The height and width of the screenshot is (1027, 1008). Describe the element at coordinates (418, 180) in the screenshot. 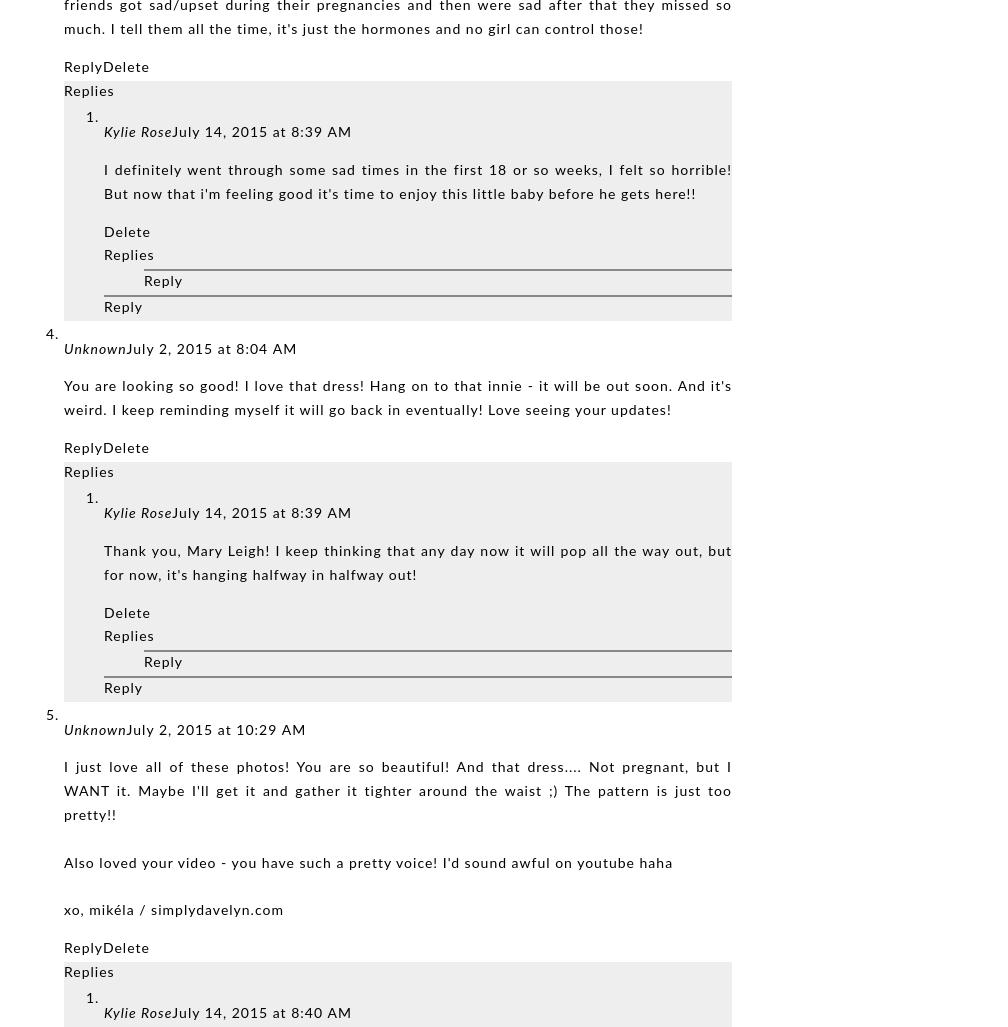

I see `'I definitely went through some sad times in the first 18 or so weeks, I felt so horrible! But now that i'm feeling good it's time to enjoy this little baby before he gets here!!'` at that location.